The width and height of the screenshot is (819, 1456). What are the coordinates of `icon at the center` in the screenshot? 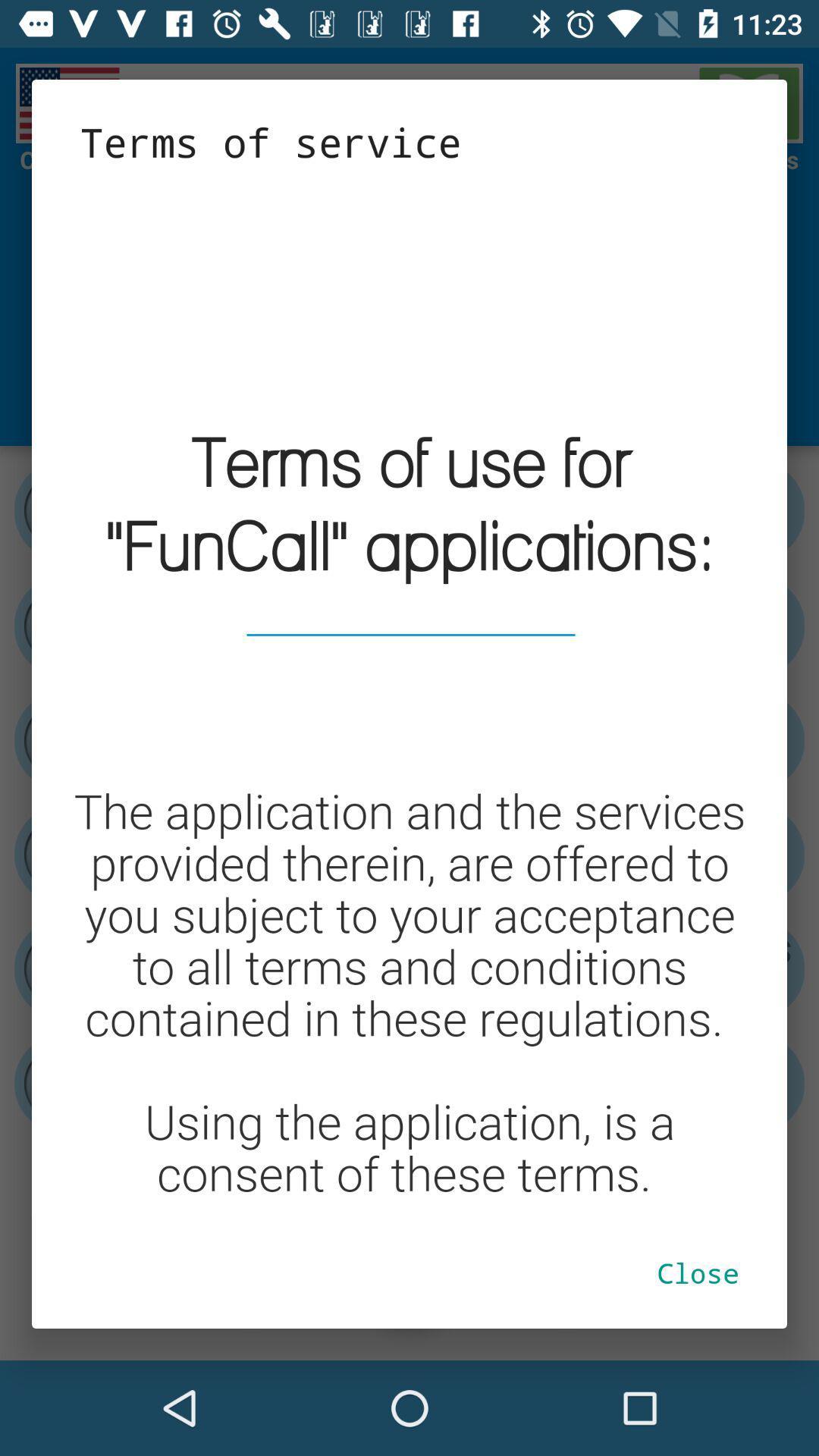 It's located at (409, 692).